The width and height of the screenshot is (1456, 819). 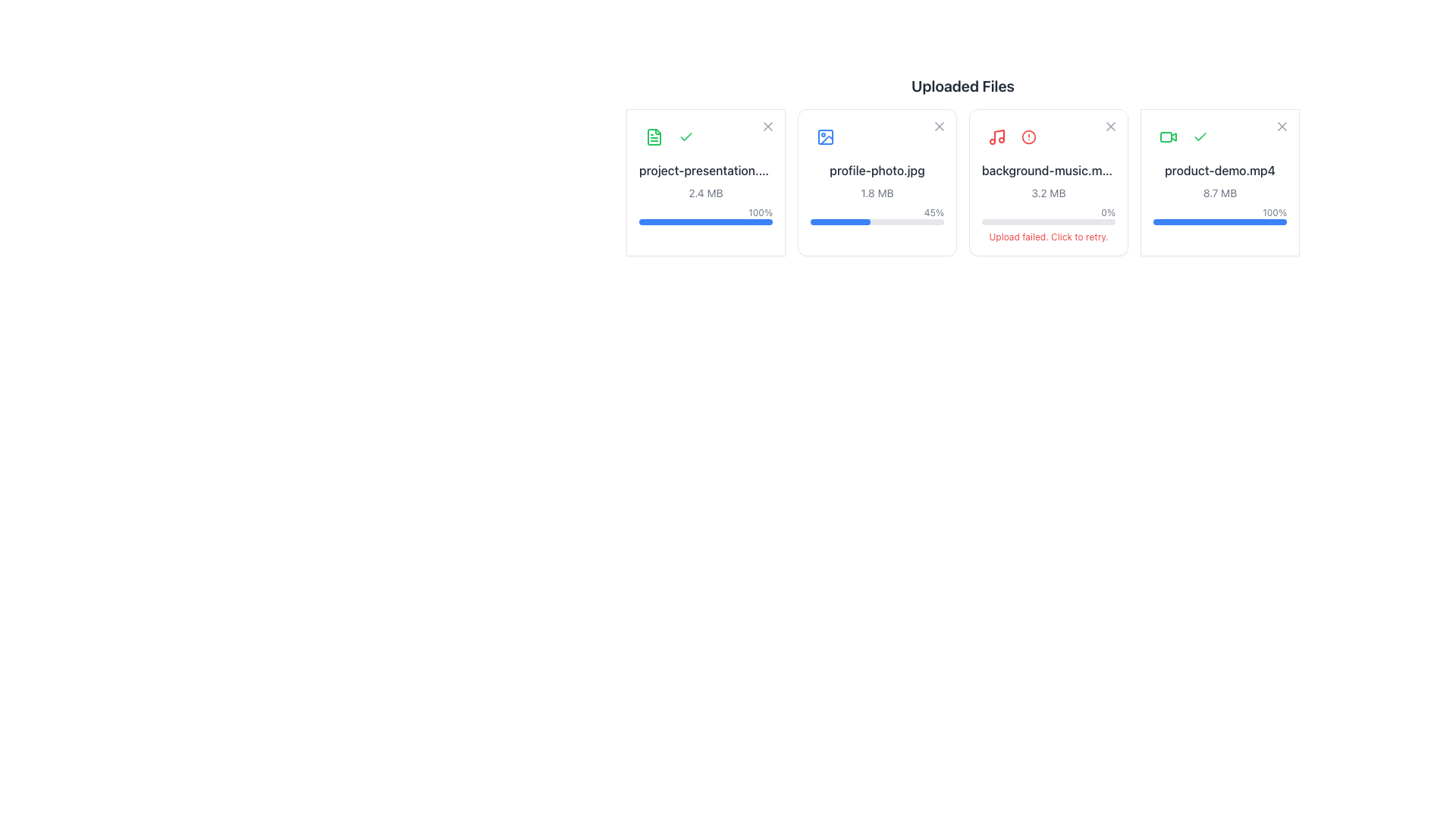 I want to click on the upload progress for 'profile-photo.jpg', so click(x=831, y=222).